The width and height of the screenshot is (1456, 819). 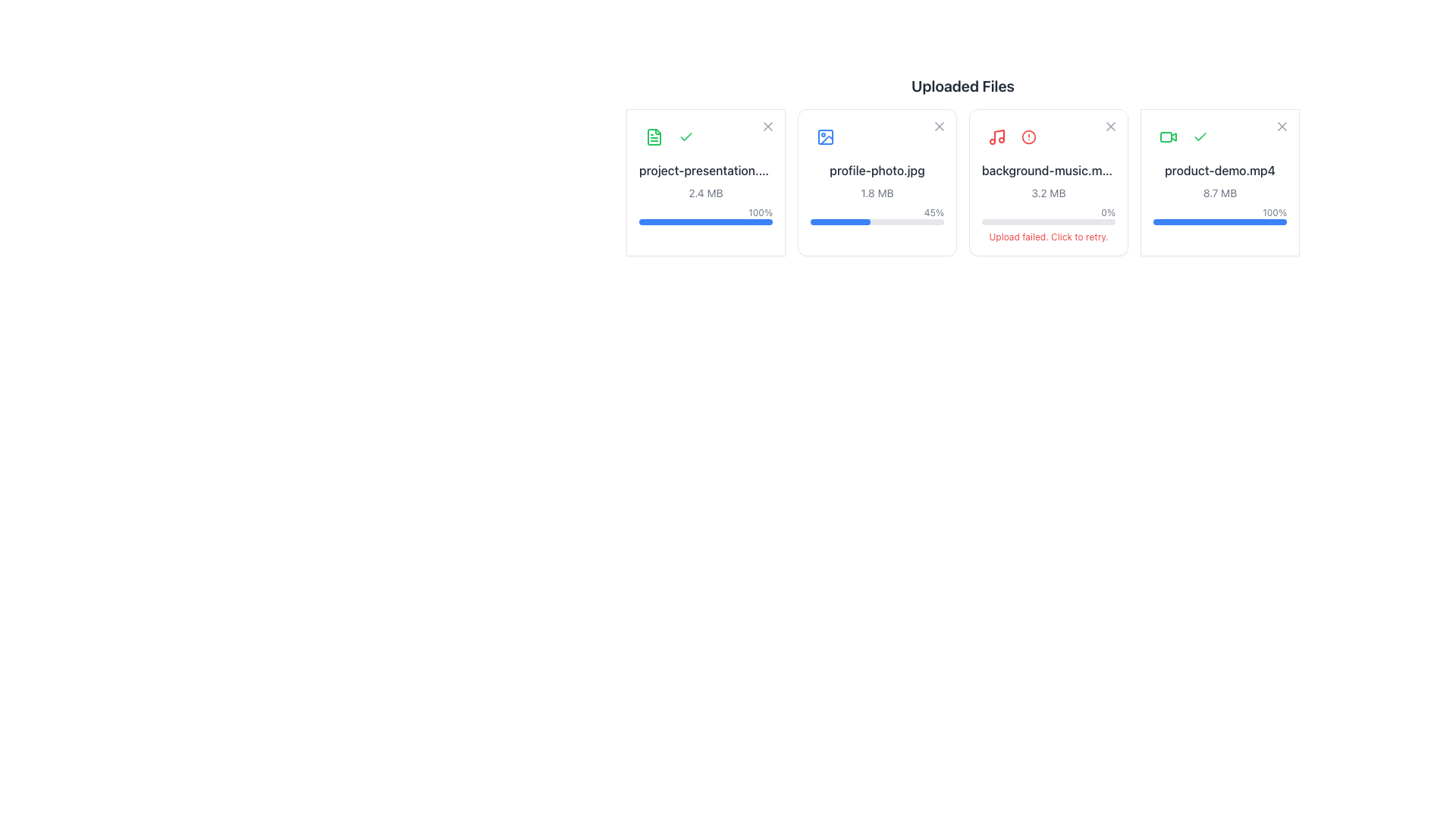 I want to click on the upload progress for 'profile-photo.jpg', so click(x=831, y=222).